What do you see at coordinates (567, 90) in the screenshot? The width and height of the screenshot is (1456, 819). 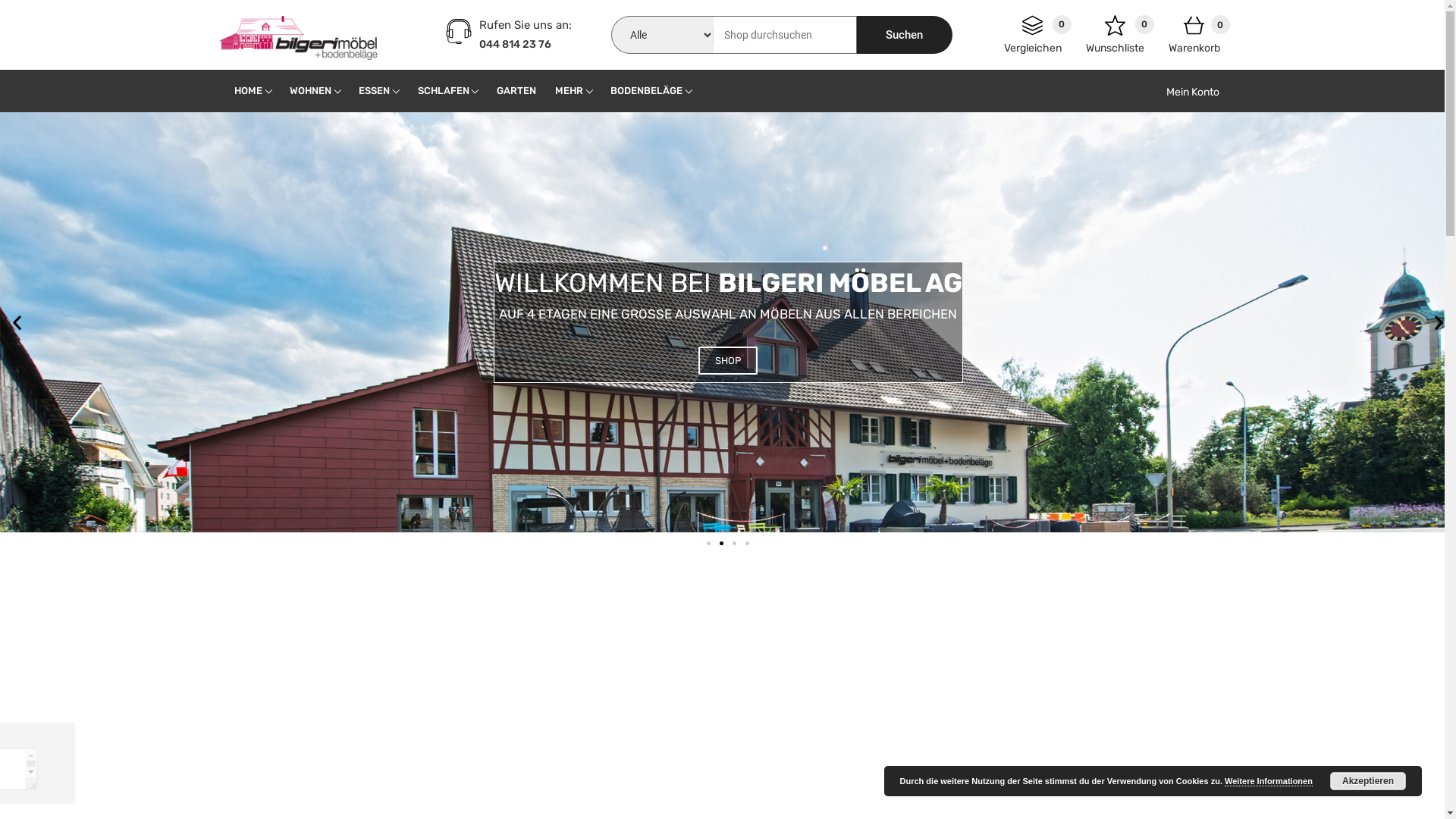 I see `'MEHR'` at bounding box center [567, 90].